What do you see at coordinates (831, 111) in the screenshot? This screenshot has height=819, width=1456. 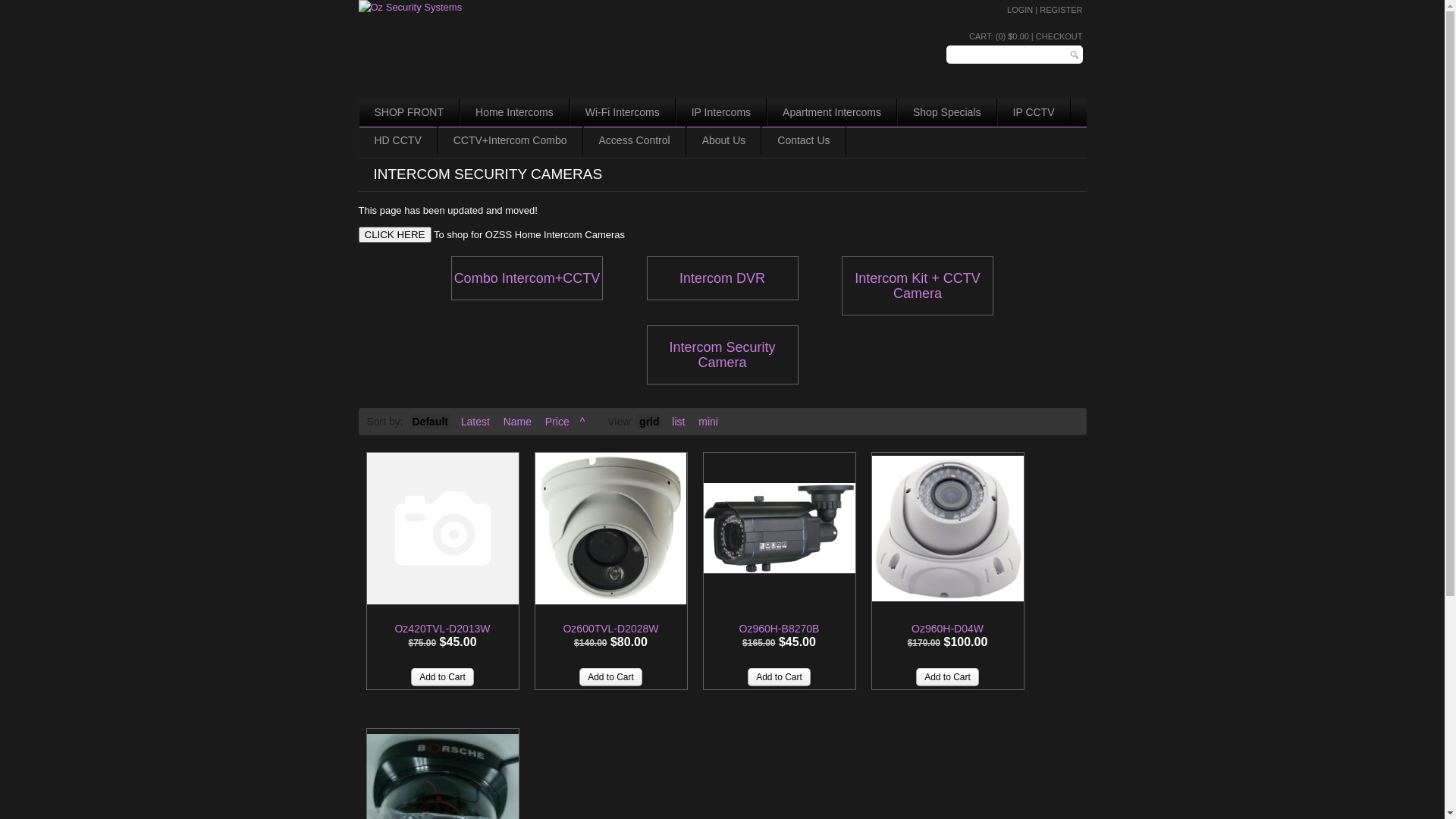 I see `'Apartment Intercoms'` at bounding box center [831, 111].